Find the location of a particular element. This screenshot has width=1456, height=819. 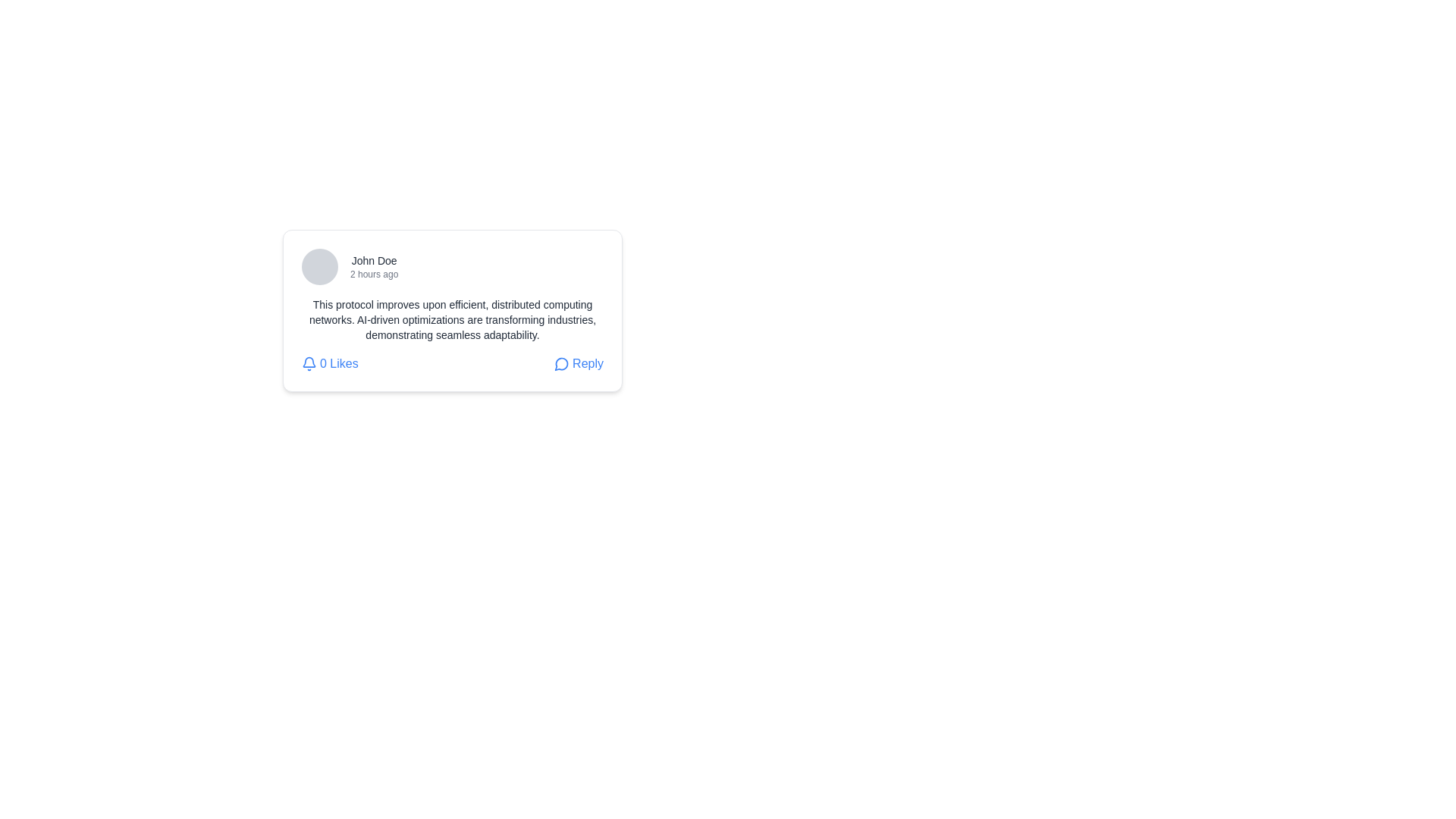

the notification bell icon, which is a minimalist design featuring a hollow interior and rounded edges, located at the bottom left of the user comment card is located at coordinates (309, 362).